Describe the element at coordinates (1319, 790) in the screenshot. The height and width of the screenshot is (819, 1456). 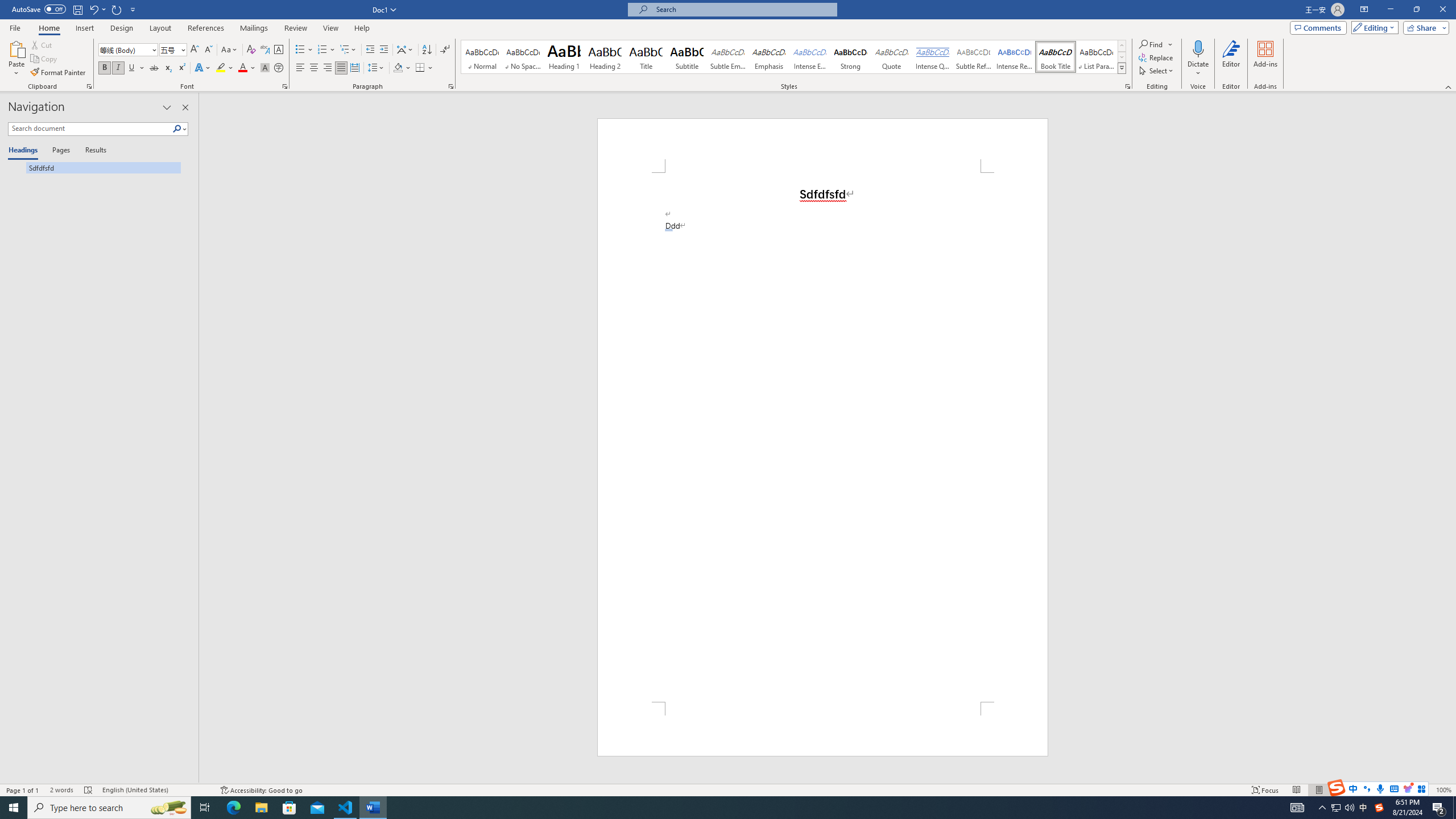
I see `'Print Layout'` at that location.